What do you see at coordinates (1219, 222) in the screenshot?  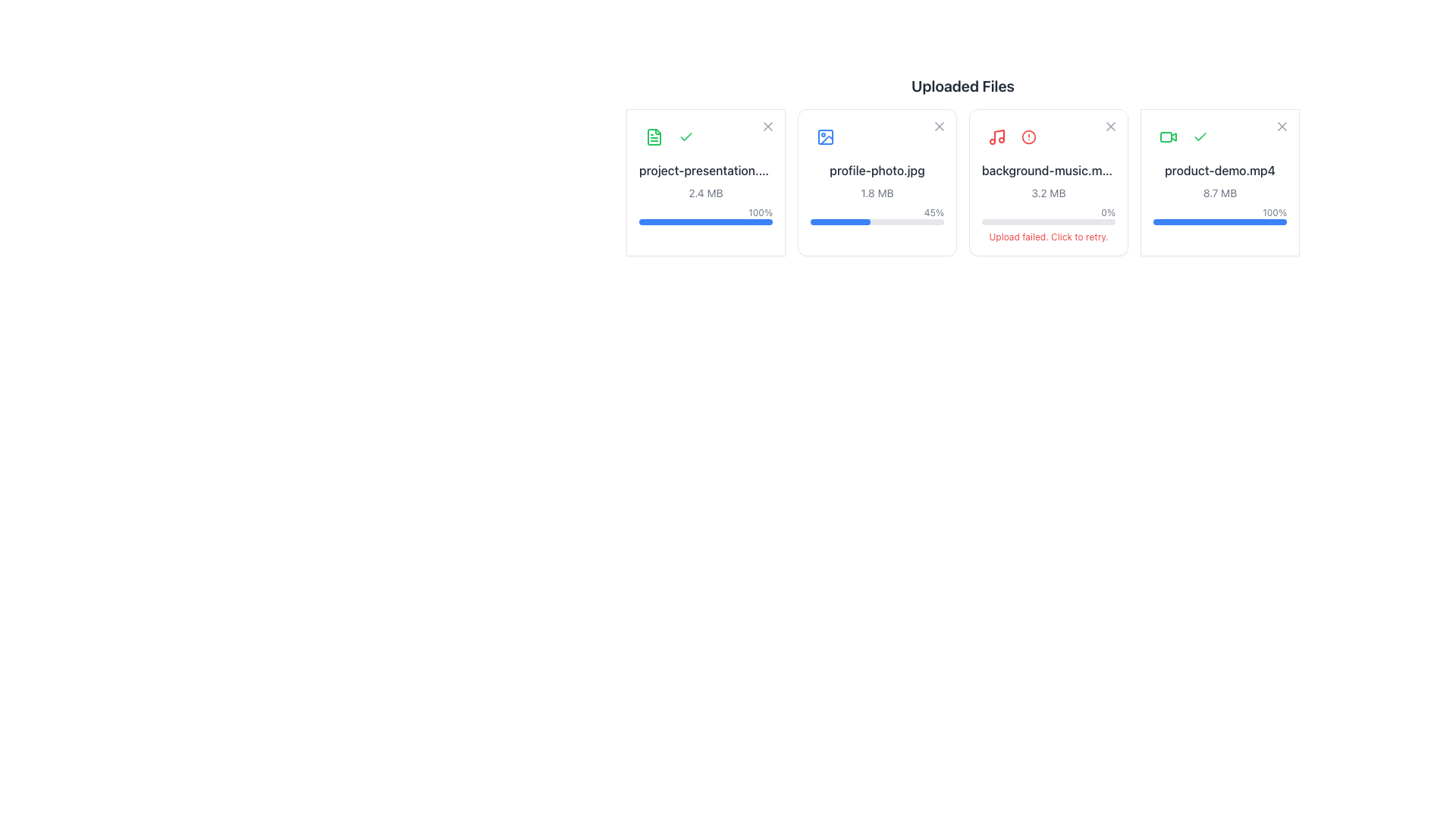 I see `the horizontal progress bar positioned at the bottom of the card associated with the 'product-demo.mp4' file` at bounding box center [1219, 222].